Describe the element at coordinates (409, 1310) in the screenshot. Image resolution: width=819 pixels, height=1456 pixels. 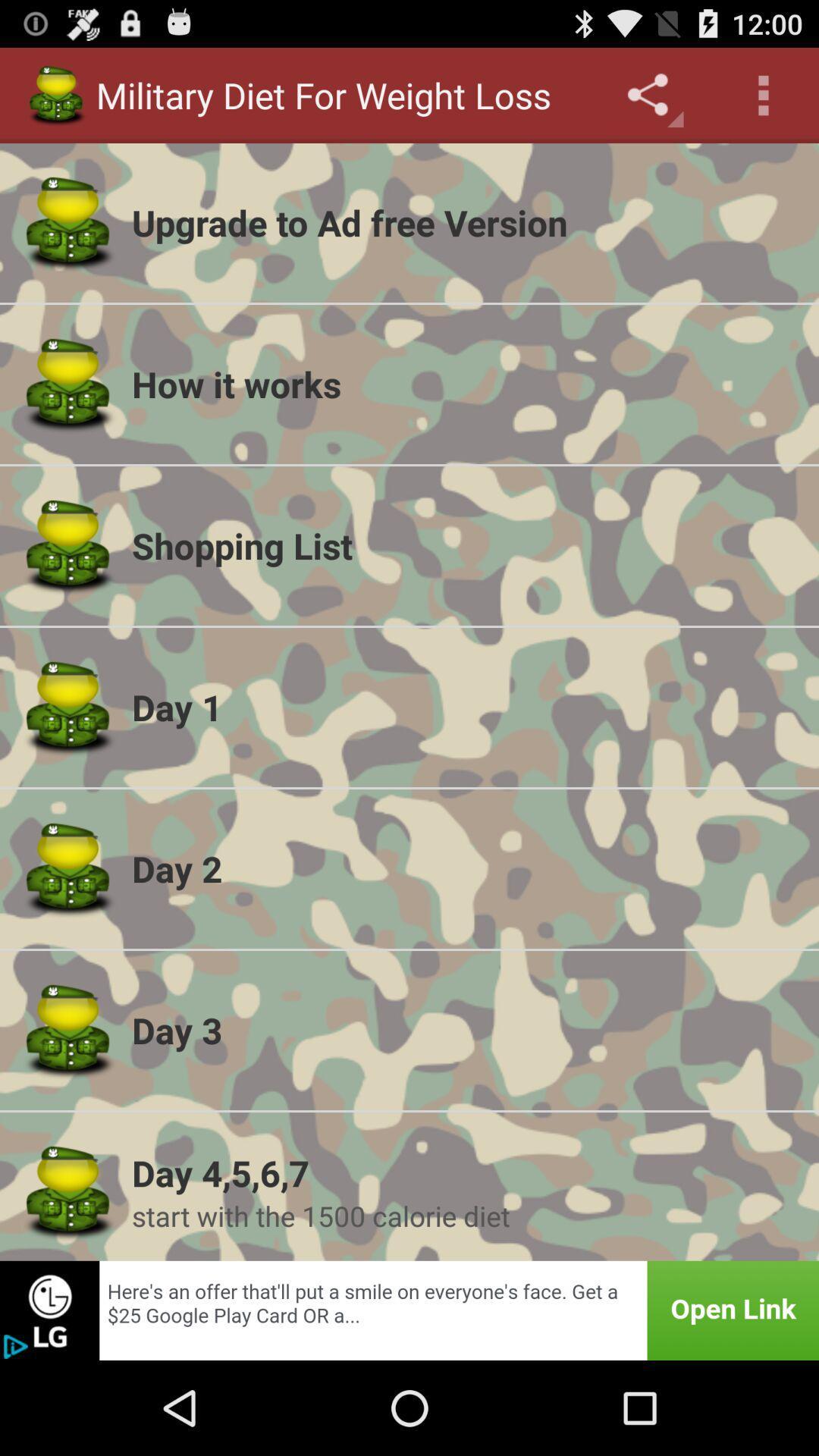
I see `this image was advertisement` at that location.